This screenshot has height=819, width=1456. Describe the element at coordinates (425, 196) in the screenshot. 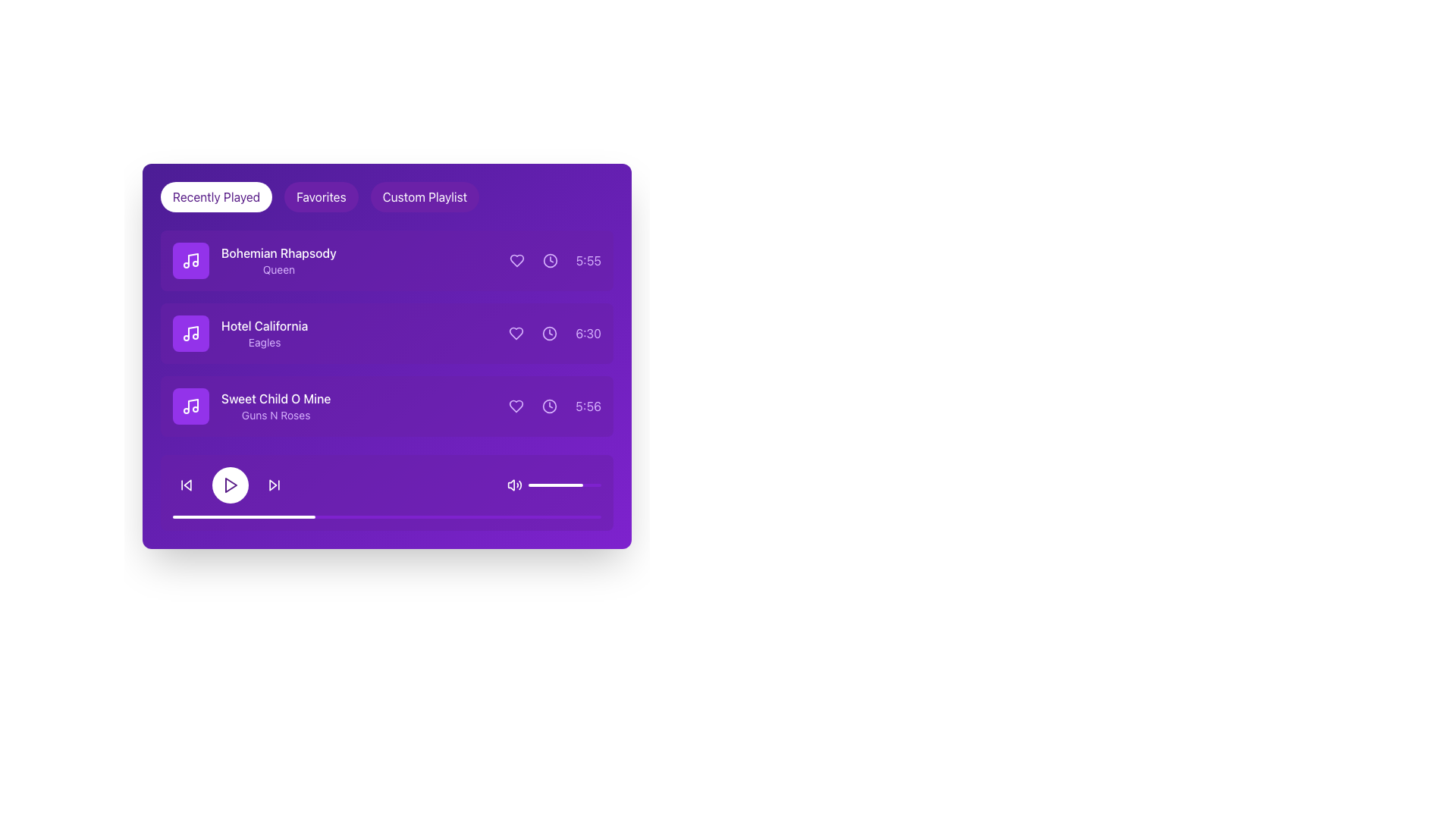

I see `the 'Custom Playlist' button, which has a purple background and white text` at that location.